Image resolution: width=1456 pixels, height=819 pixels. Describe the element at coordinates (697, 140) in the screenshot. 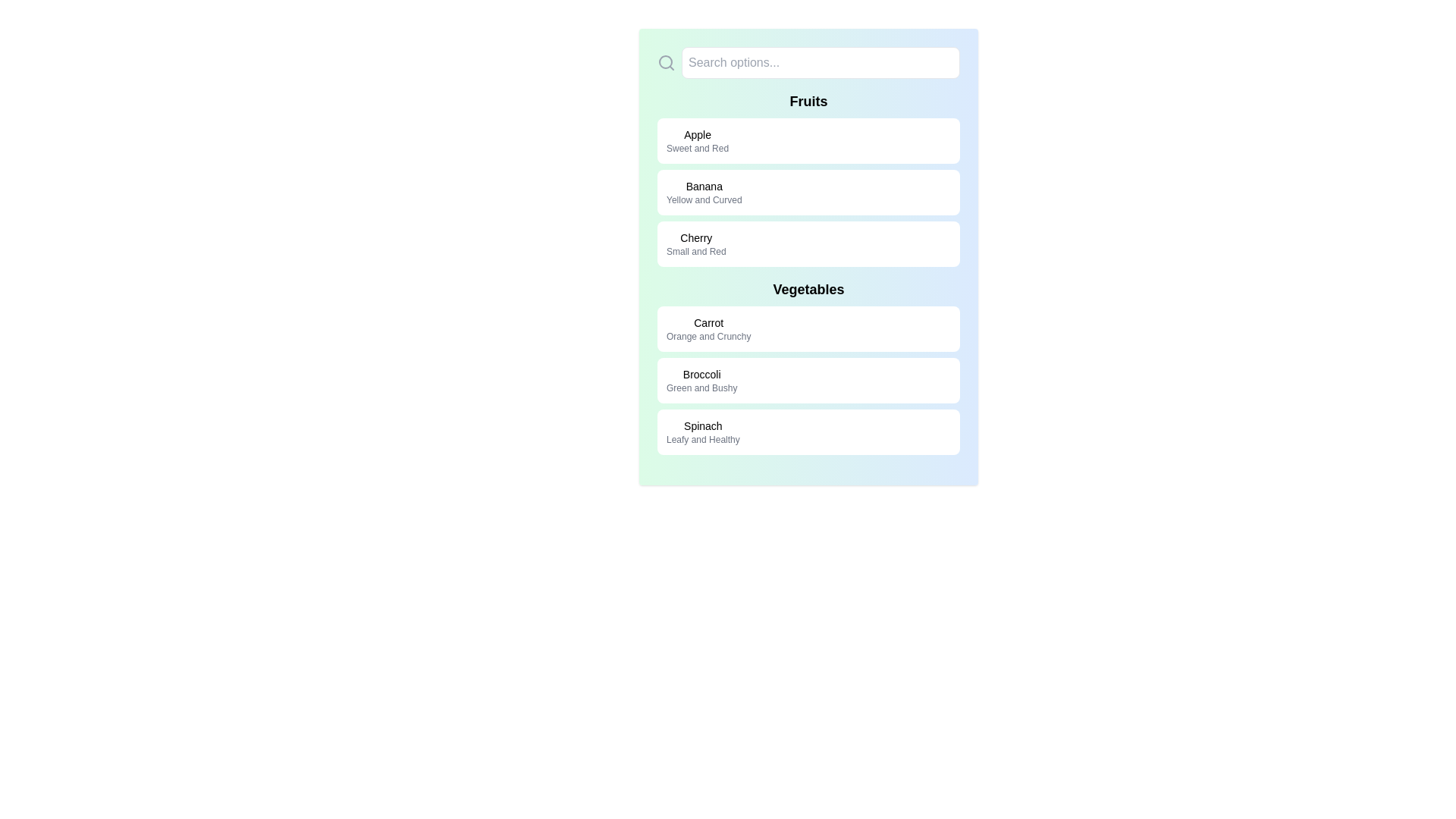

I see `text on the descriptive label for 'Apple' that displays 'Sweet and Red', located at the top of the Fruits section` at that location.